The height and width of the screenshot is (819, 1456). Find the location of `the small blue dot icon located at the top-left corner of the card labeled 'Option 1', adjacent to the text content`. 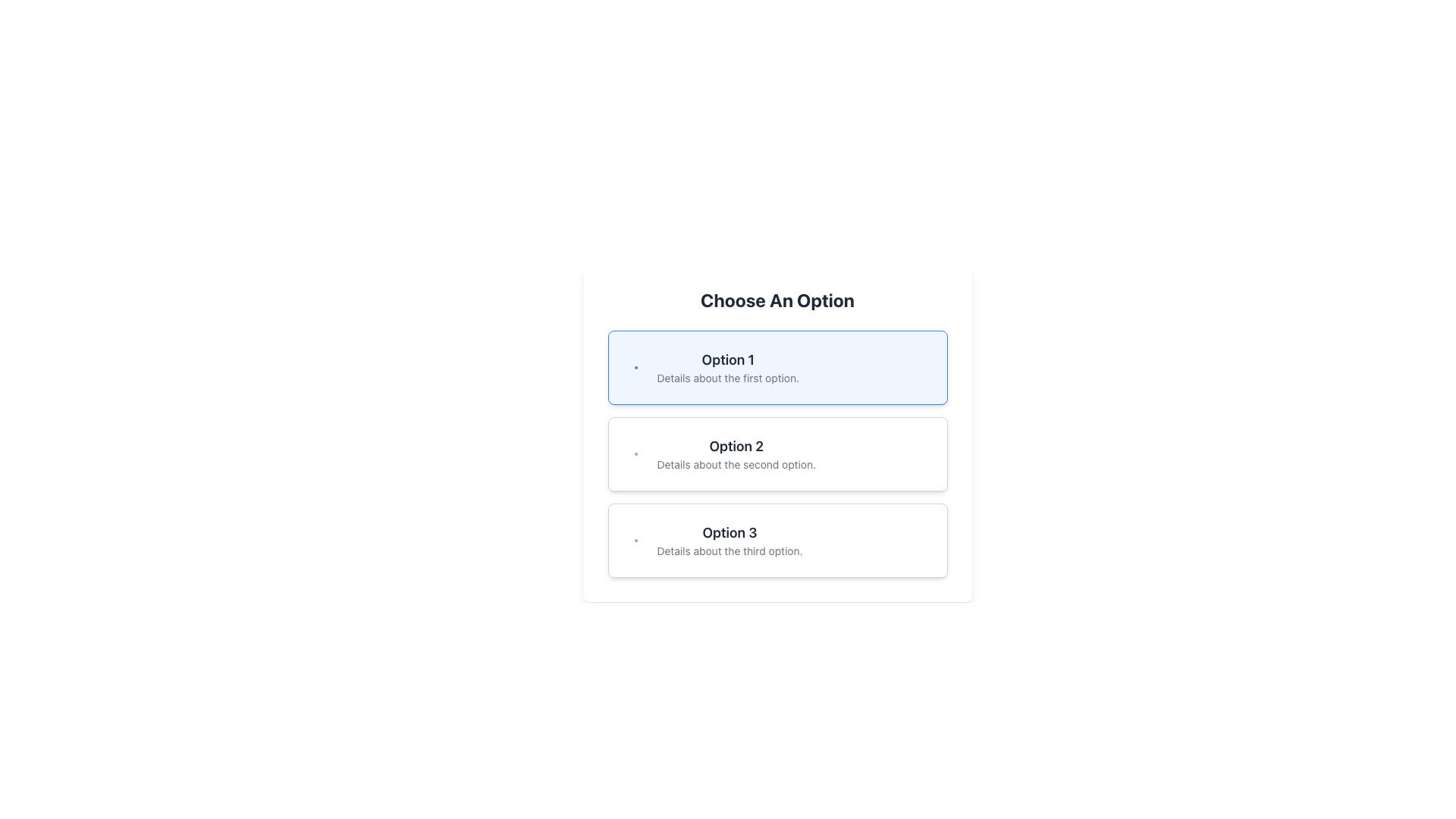

the small blue dot icon located at the top-left corner of the card labeled 'Option 1', adjacent to the text content is located at coordinates (635, 368).